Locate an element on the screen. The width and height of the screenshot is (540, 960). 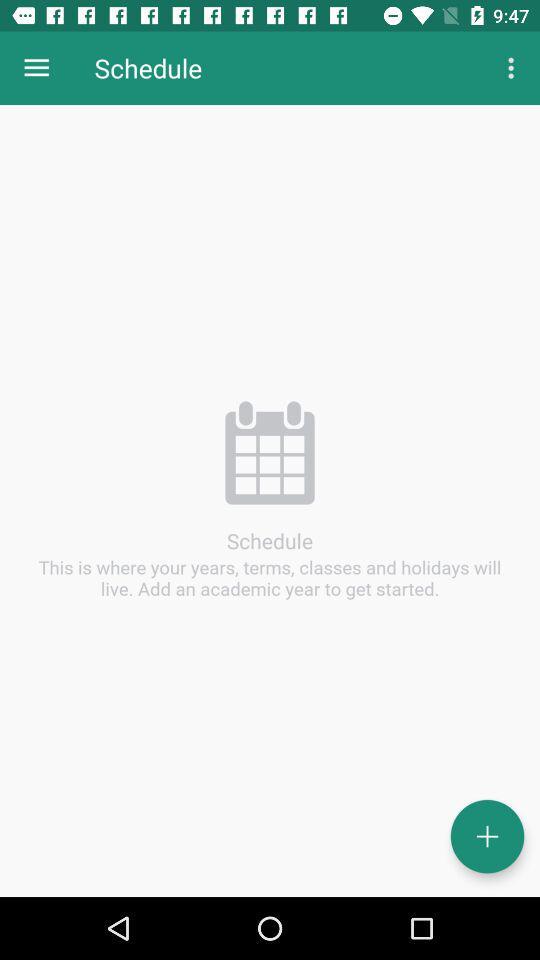
the add icon is located at coordinates (486, 836).